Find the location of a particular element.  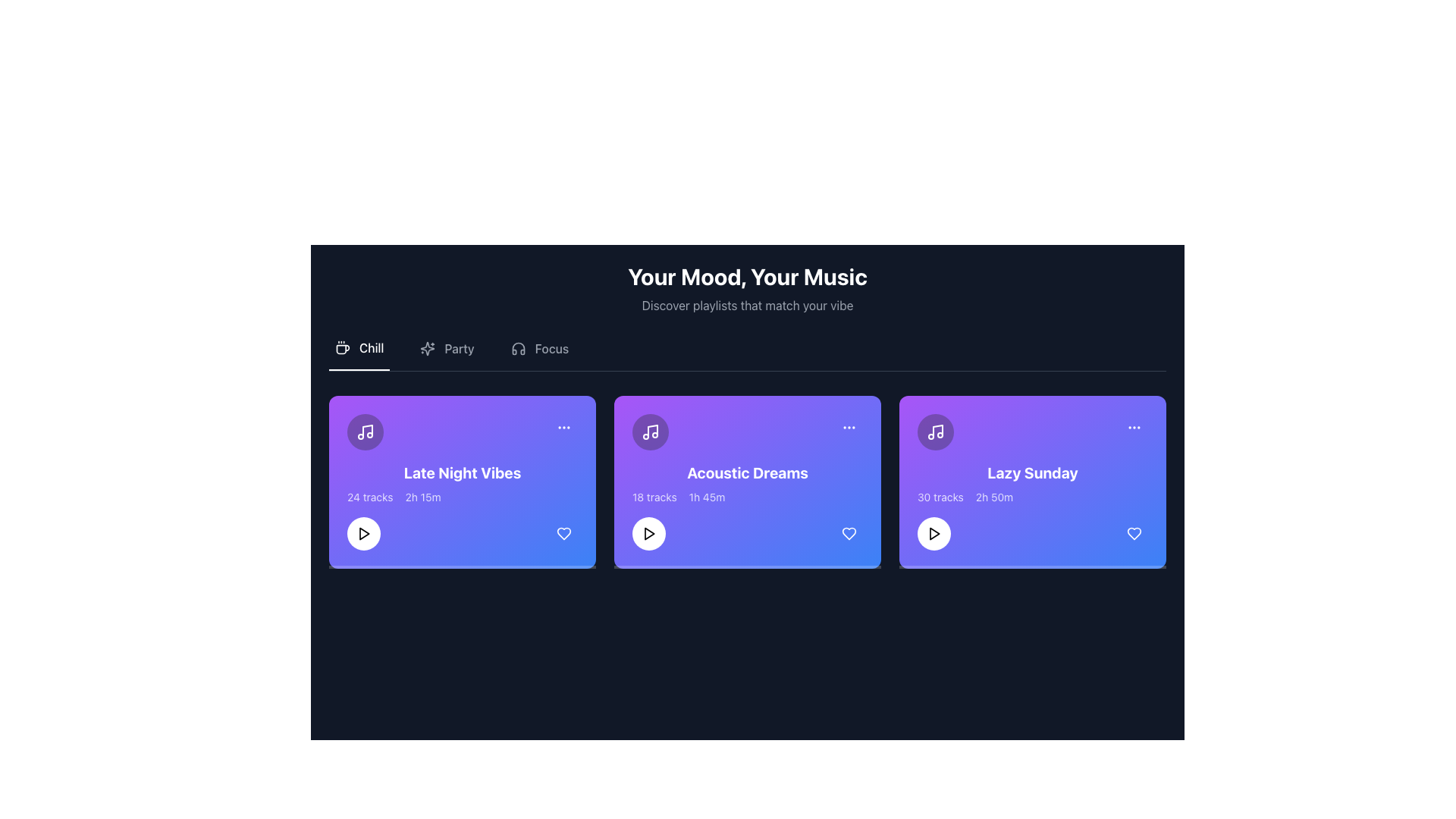

the 'More Options' icon button located at the top-right corner of the 'Acoustic Dreams' playlist card is located at coordinates (848, 427).